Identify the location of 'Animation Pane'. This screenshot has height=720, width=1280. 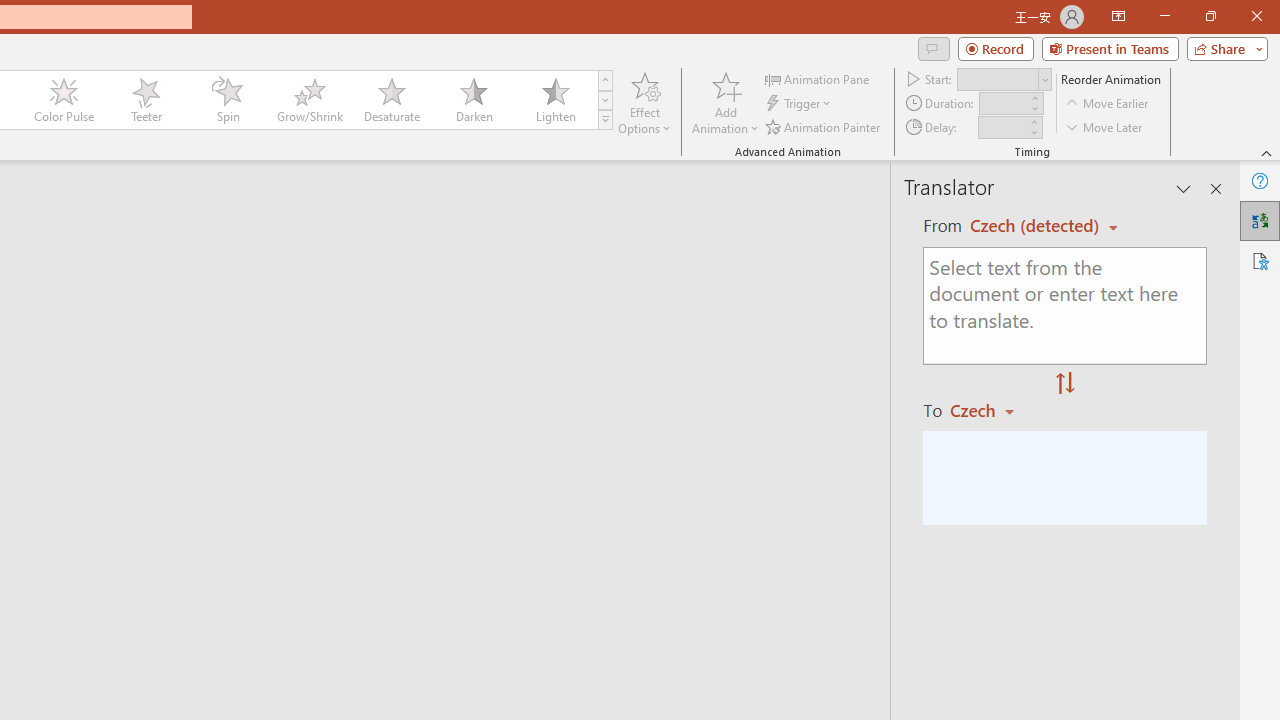
(818, 78).